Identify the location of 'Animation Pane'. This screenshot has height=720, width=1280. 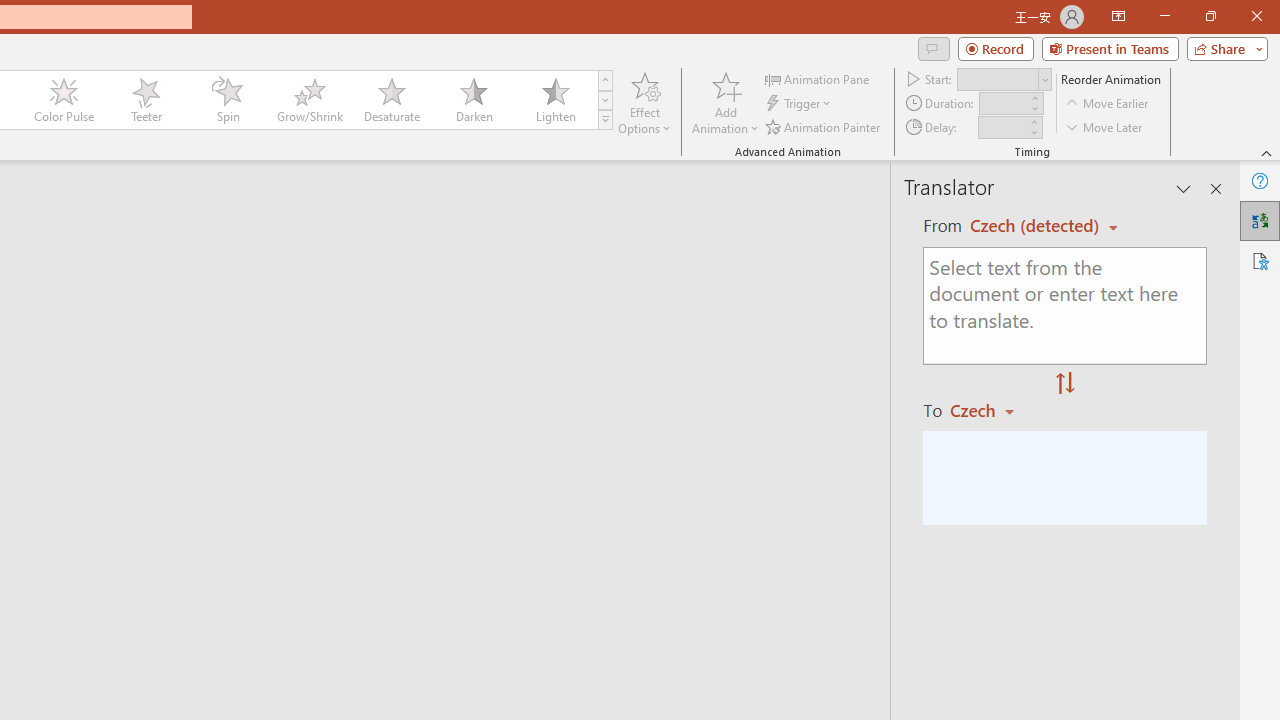
(818, 78).